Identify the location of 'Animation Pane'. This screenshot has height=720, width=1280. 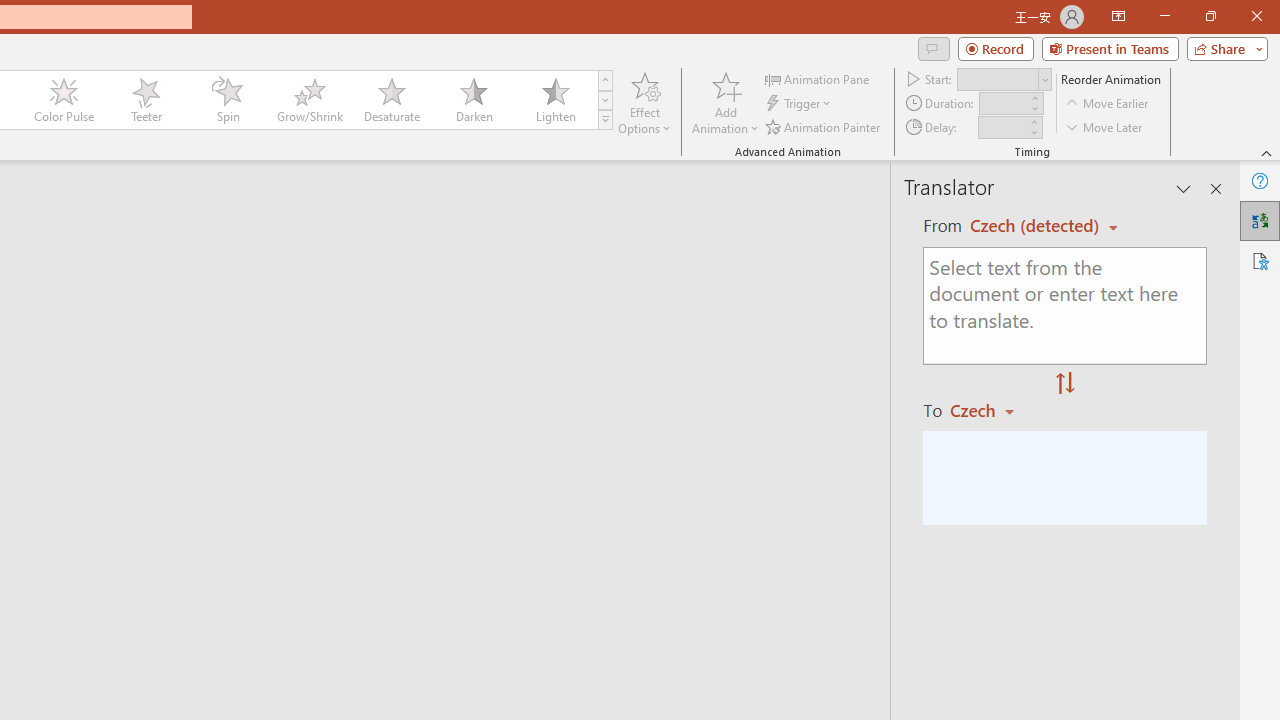
(818, 78).